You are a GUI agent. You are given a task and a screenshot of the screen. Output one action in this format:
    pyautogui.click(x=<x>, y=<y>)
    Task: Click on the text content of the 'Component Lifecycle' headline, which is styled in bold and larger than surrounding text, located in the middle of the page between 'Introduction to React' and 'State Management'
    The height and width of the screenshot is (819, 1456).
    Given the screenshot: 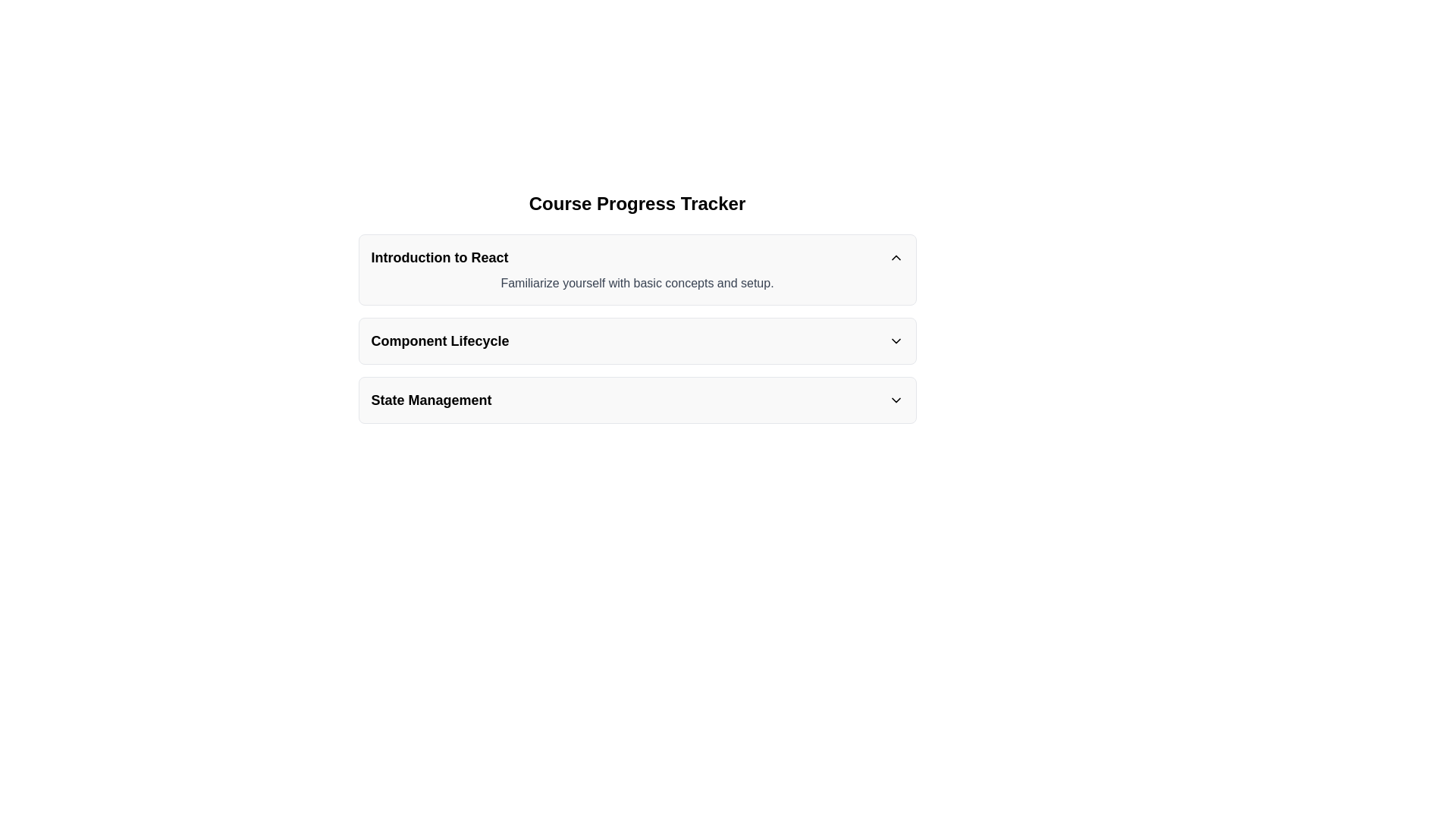 What is the action you would take?
    pyautogui.click(x=439, y=341)
    